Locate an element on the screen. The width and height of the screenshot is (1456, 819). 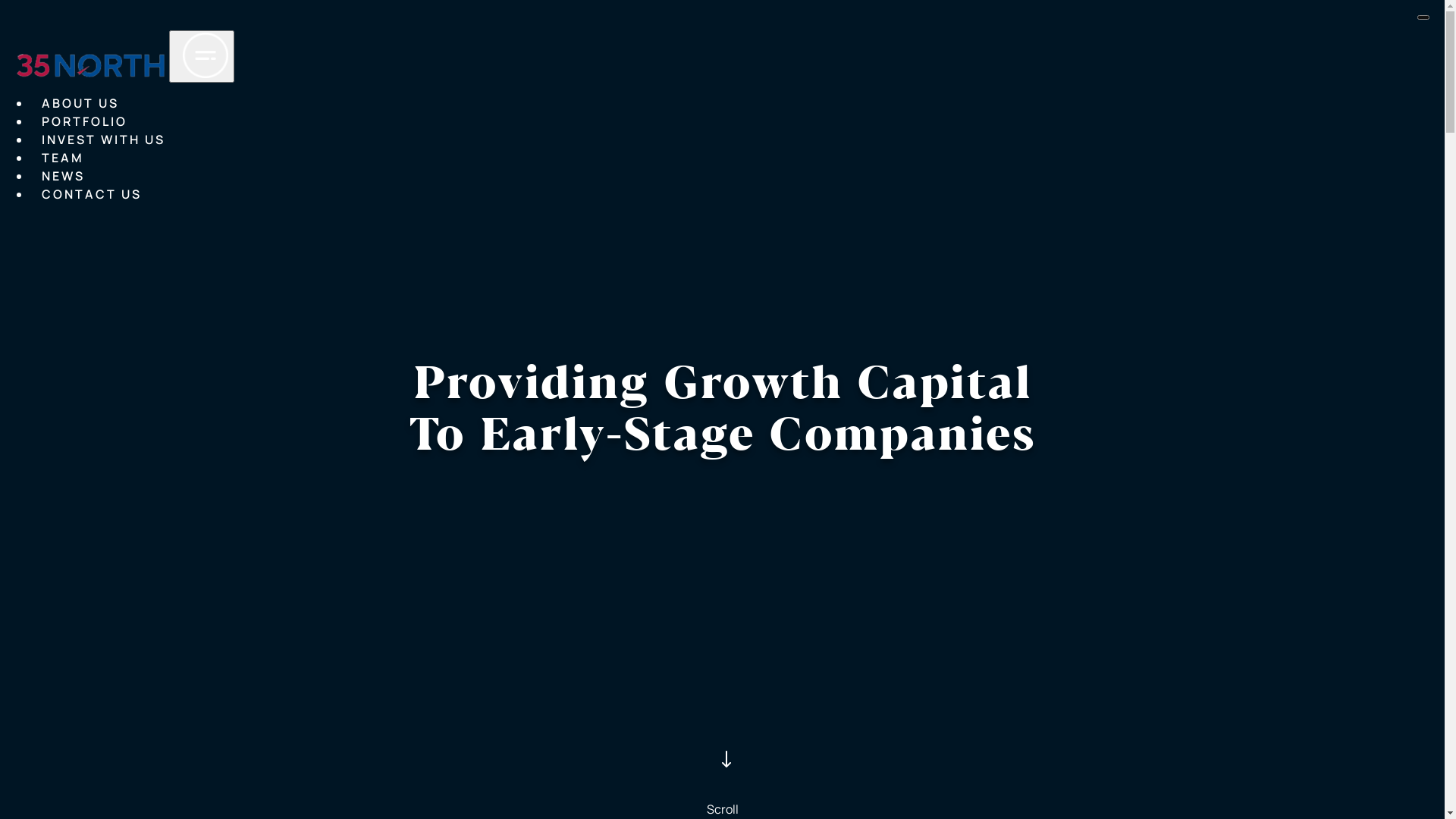
'INVEST WITH US' is located at coordinates (41, 140).